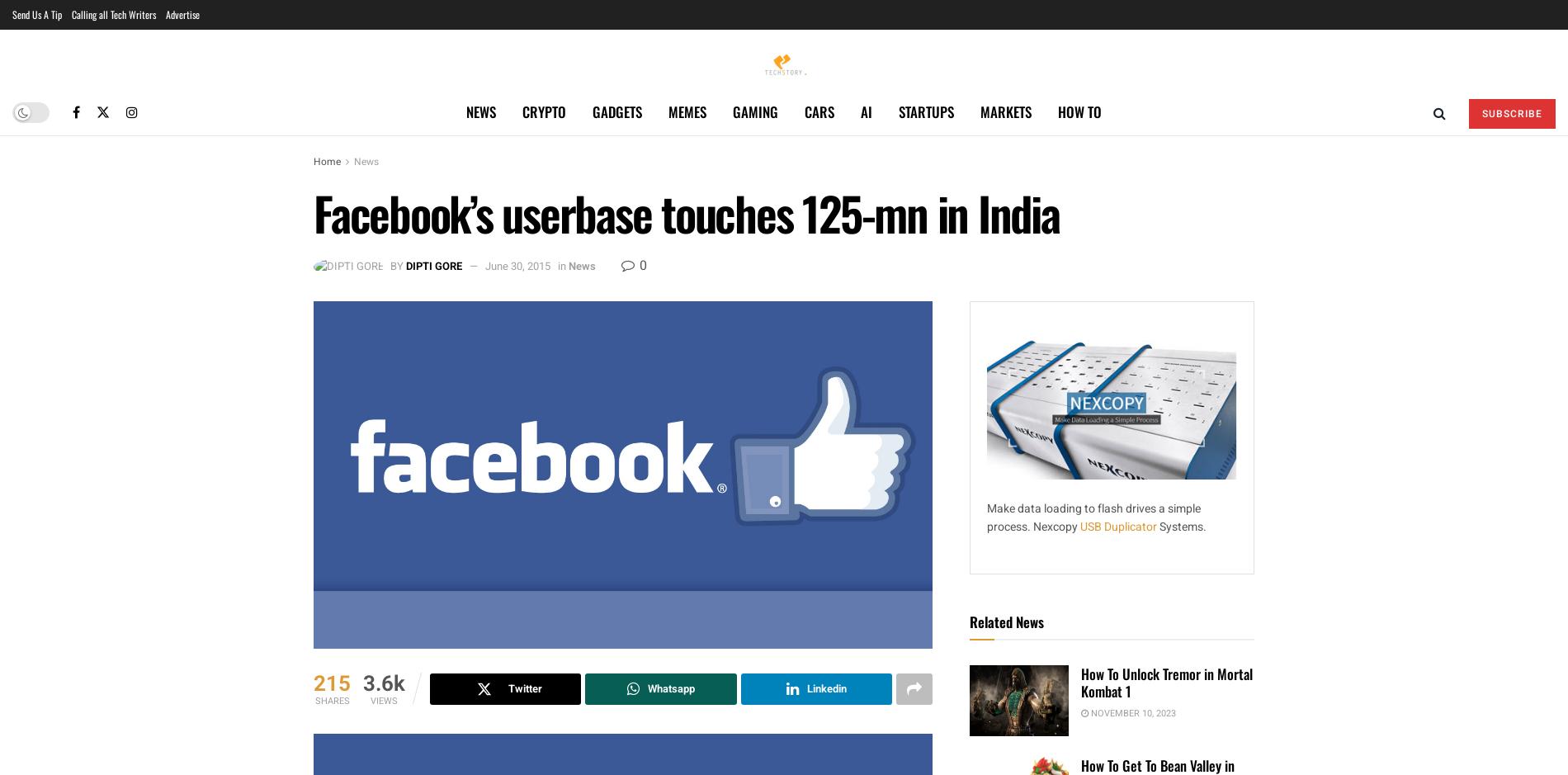 Image resolution: width=1568 pixels, height=775 pixels. I want to click on 'Whatsapp', so click(669, 688).